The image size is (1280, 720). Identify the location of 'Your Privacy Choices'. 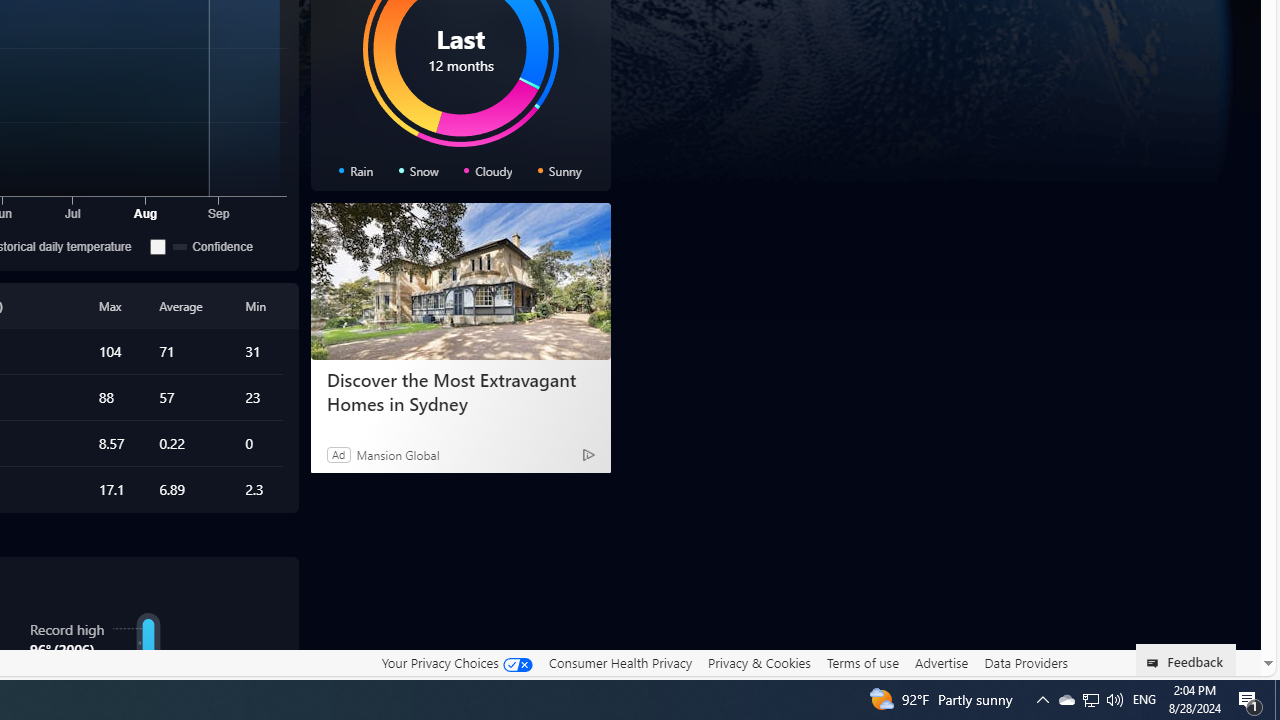
(455, 663).